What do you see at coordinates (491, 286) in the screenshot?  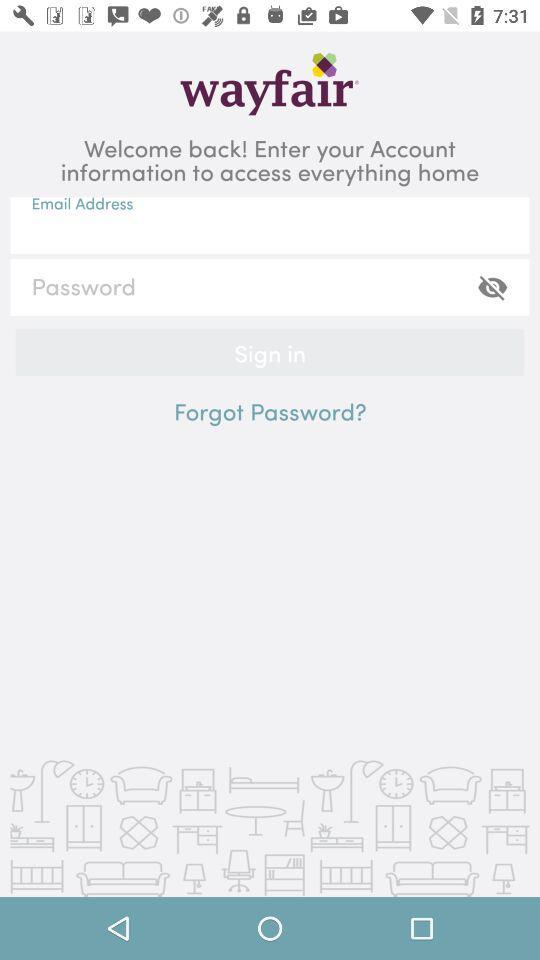 I see `the visibility icon` at bounding box center [491, 286].